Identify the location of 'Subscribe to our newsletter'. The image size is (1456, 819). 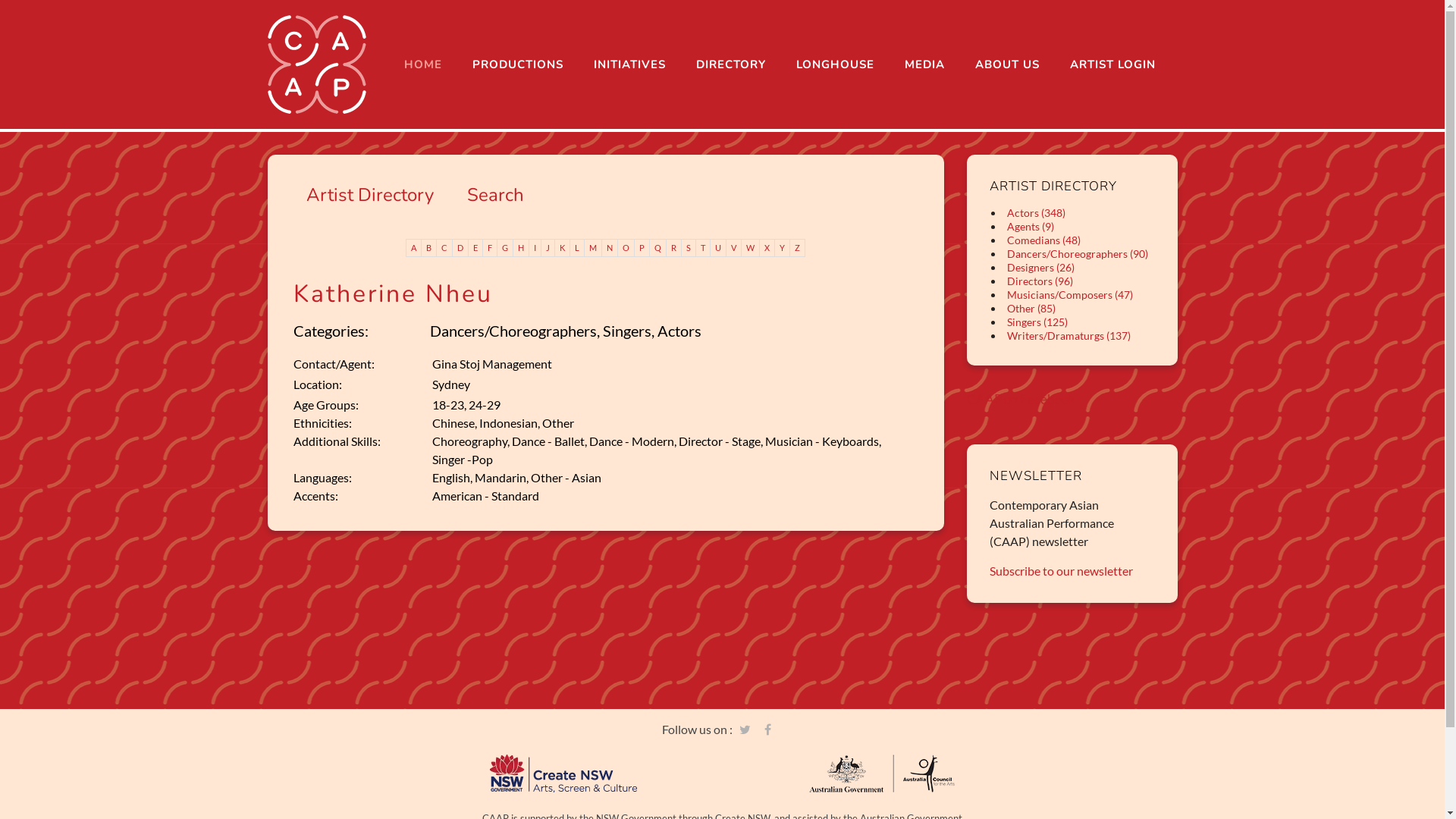
(1060, 570).